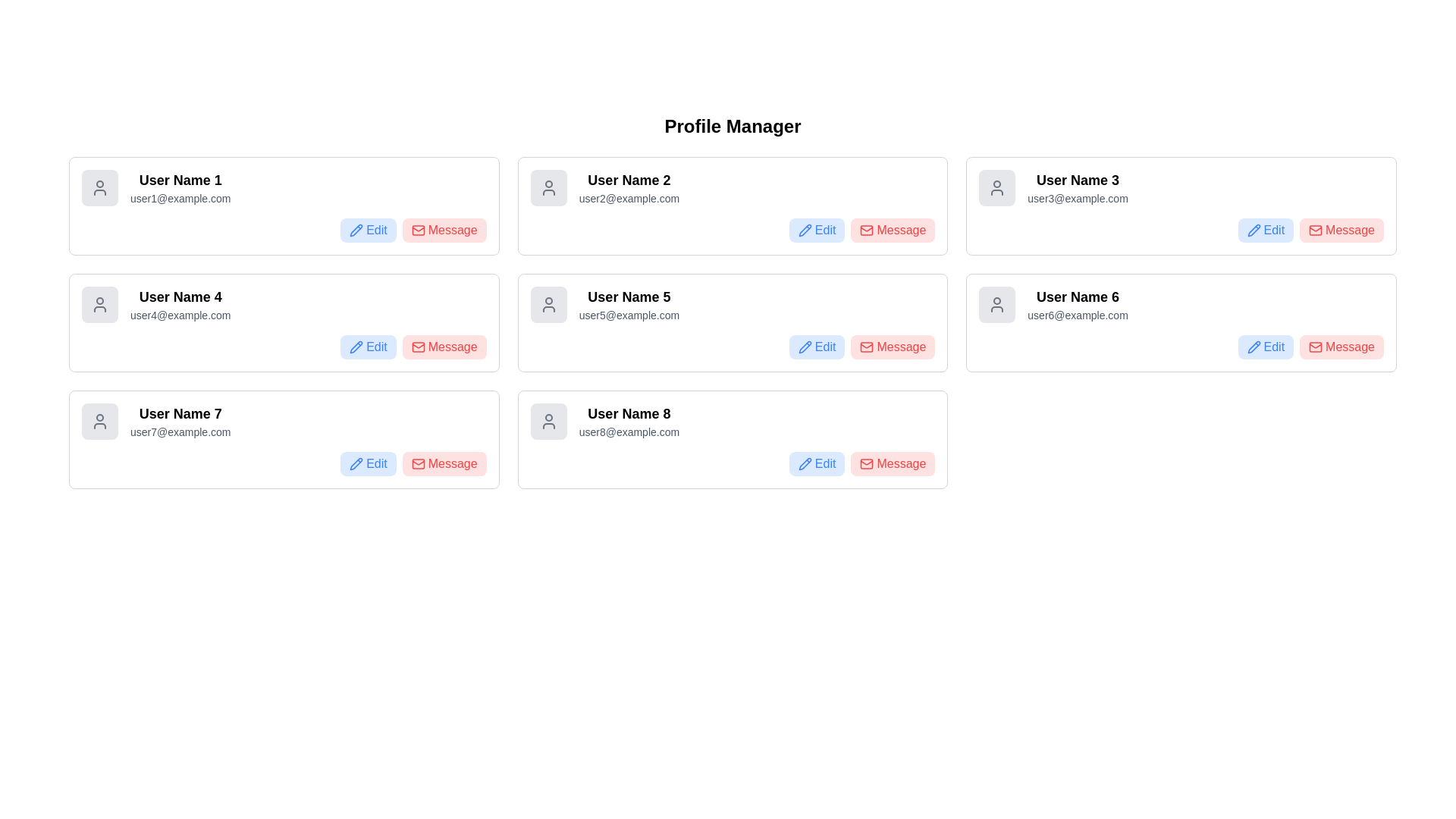 The width and height of the screenshot is (1456, 819). I want to click on the text label displaying 'User Name 2' in bold, which serves as a heading for the profile card, located in the header section above the email text, so click(629, 180).